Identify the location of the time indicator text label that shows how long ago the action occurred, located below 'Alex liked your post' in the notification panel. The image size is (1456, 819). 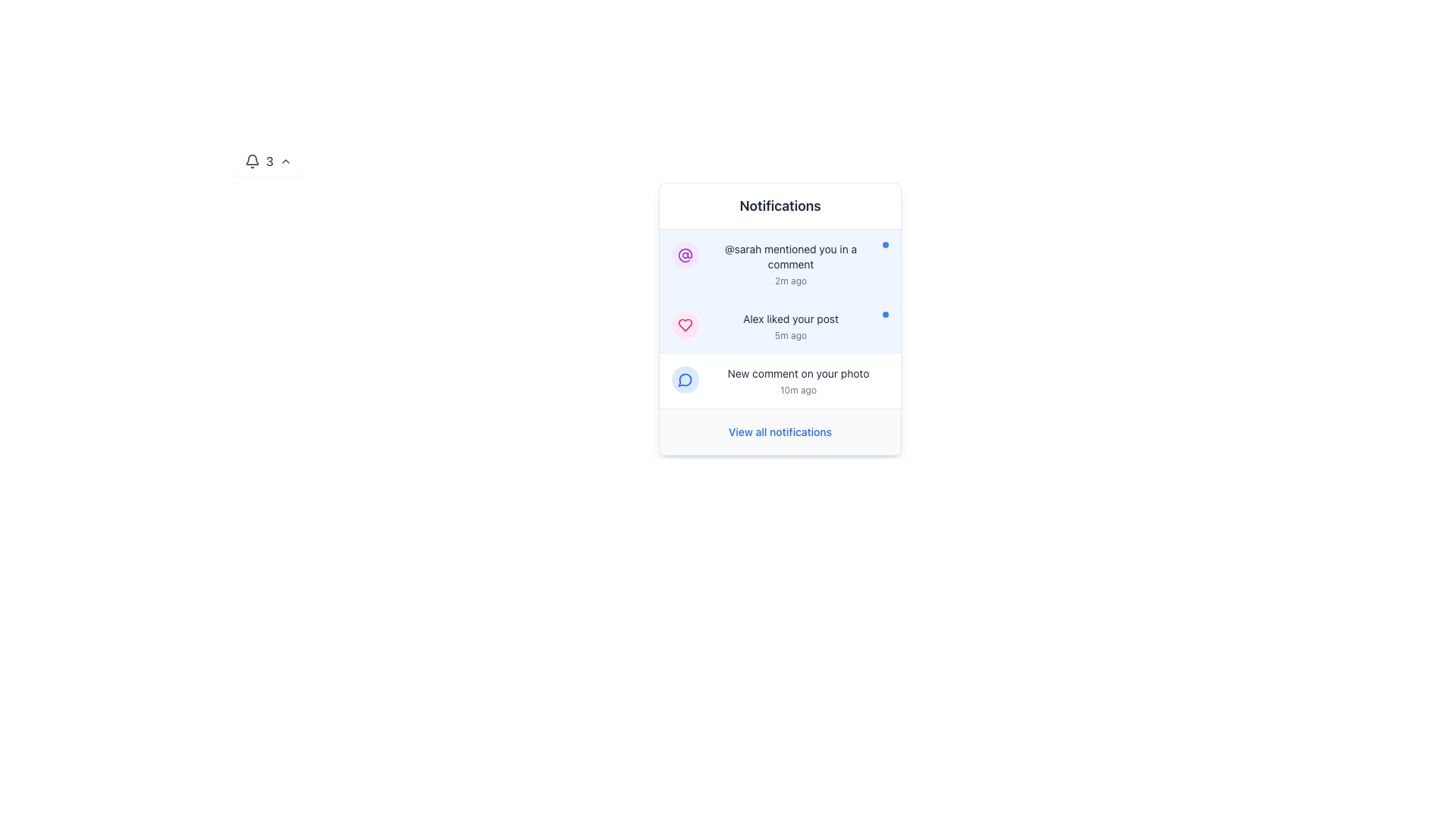
(789, 335).